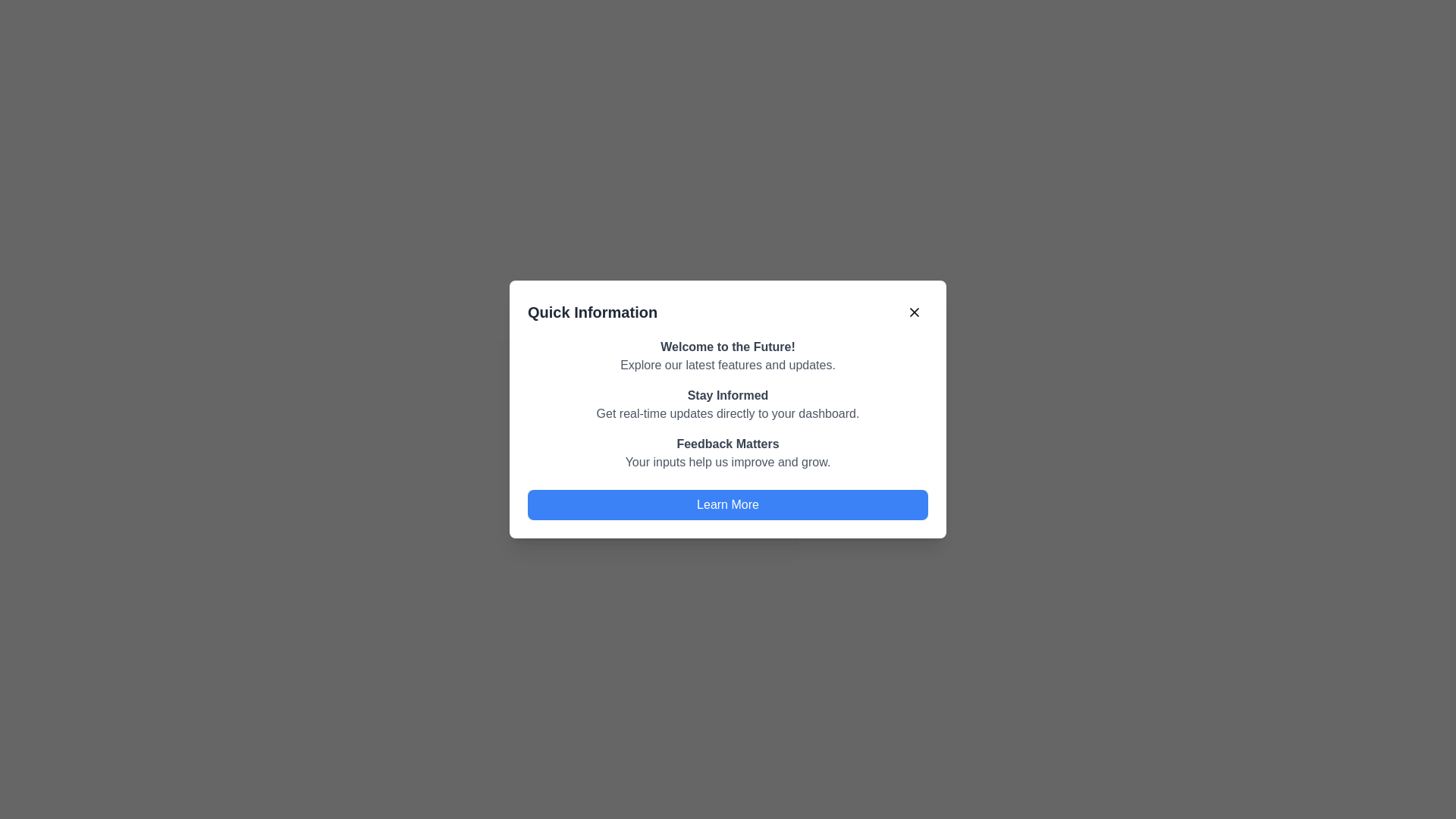 Image resolution: width=1456 pixels, height=819 pixels. Describe the element at coordinates (728, 461) in the screenshot. I see `the text label displaying 'Your inputs help us improve and grow.' which is located under the 'Feedback Matters' heading in the centered modal dialog box` at that location.